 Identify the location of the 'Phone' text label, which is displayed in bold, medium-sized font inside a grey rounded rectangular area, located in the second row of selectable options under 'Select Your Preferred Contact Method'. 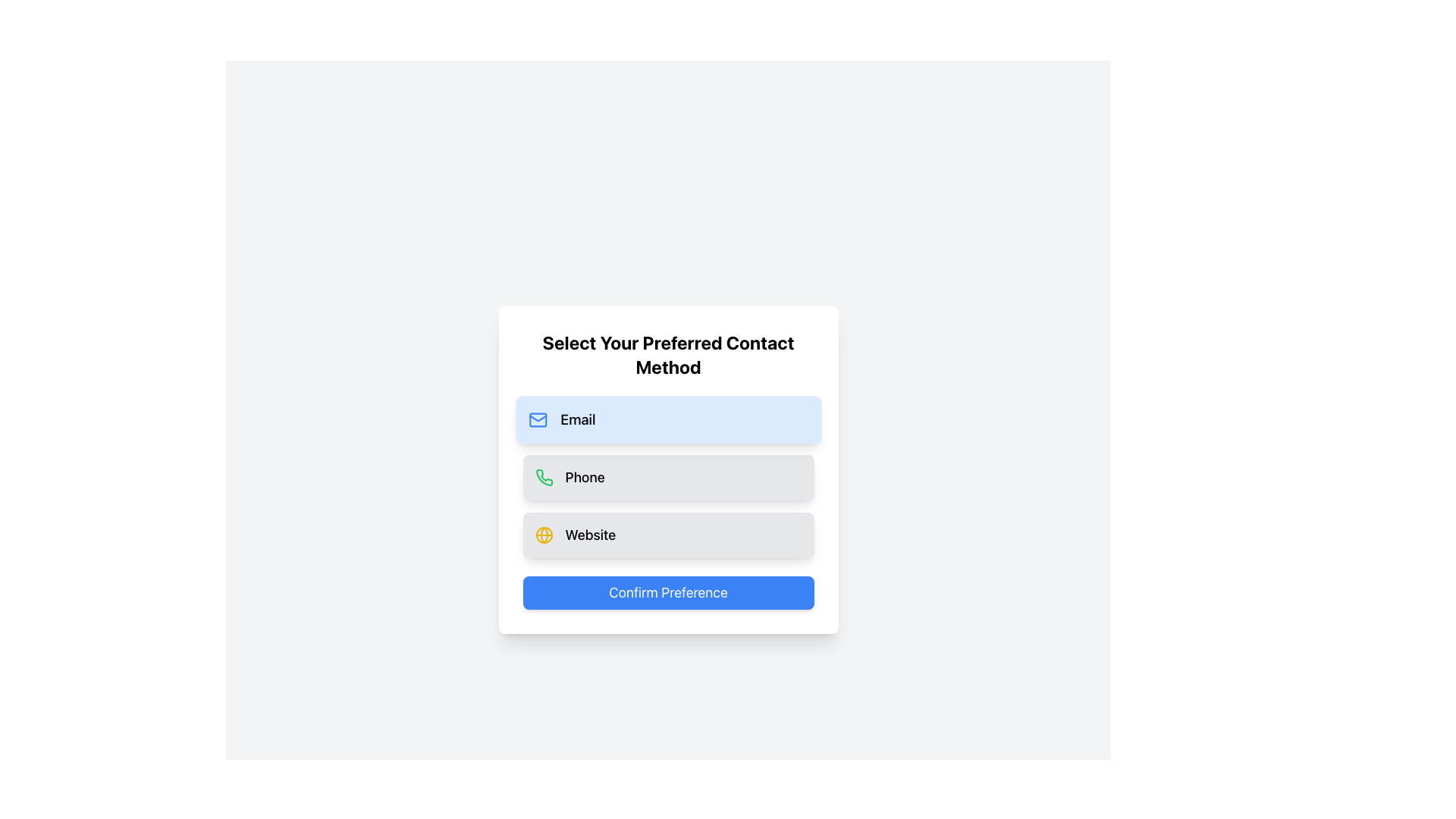
(584, 476).